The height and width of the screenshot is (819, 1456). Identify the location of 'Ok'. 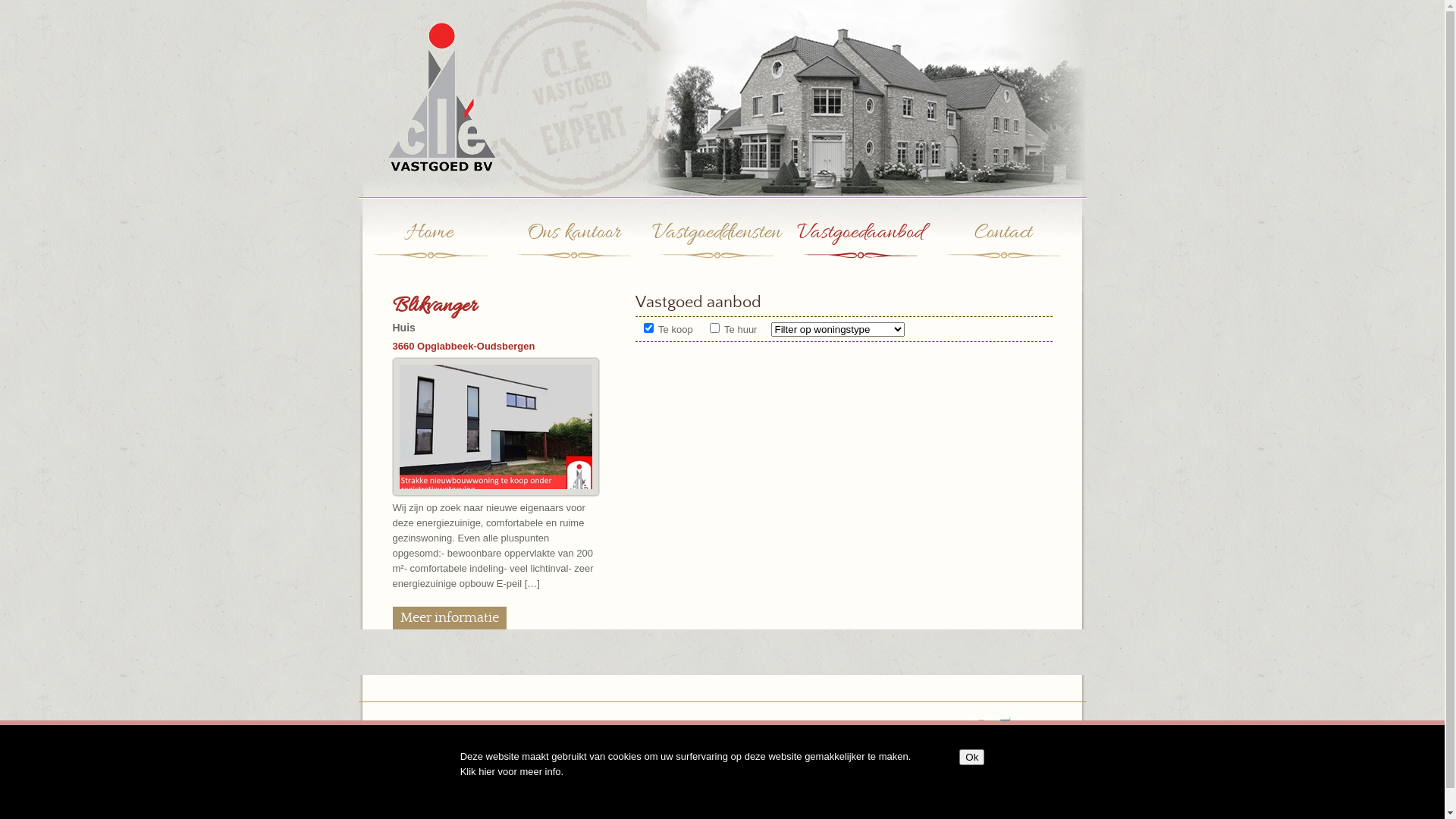
(959, 757).